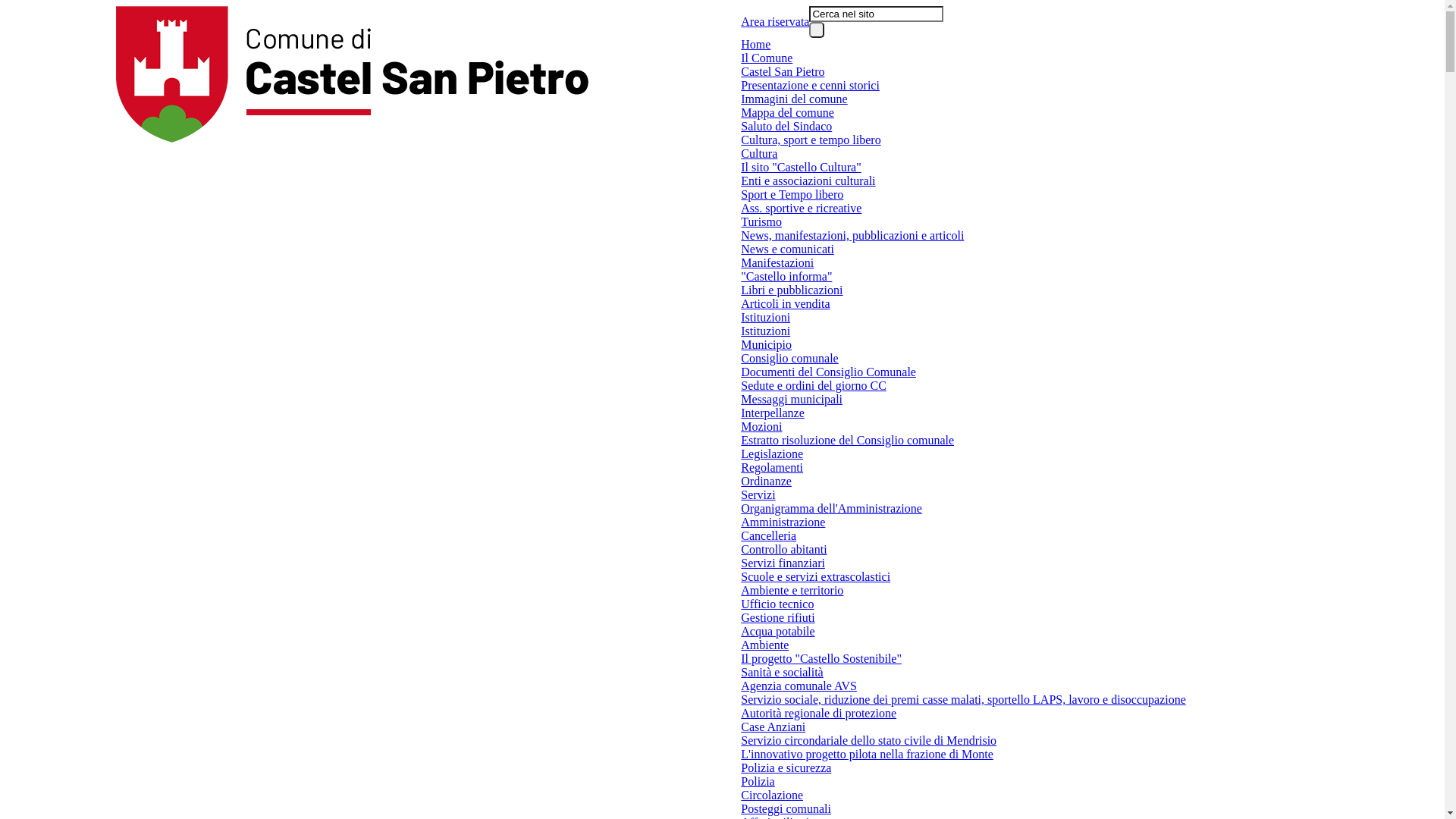 Image resolution: width=1456 pixels, height=819 pixels. I want to click on 'Regolamenti', so click(771, 467).